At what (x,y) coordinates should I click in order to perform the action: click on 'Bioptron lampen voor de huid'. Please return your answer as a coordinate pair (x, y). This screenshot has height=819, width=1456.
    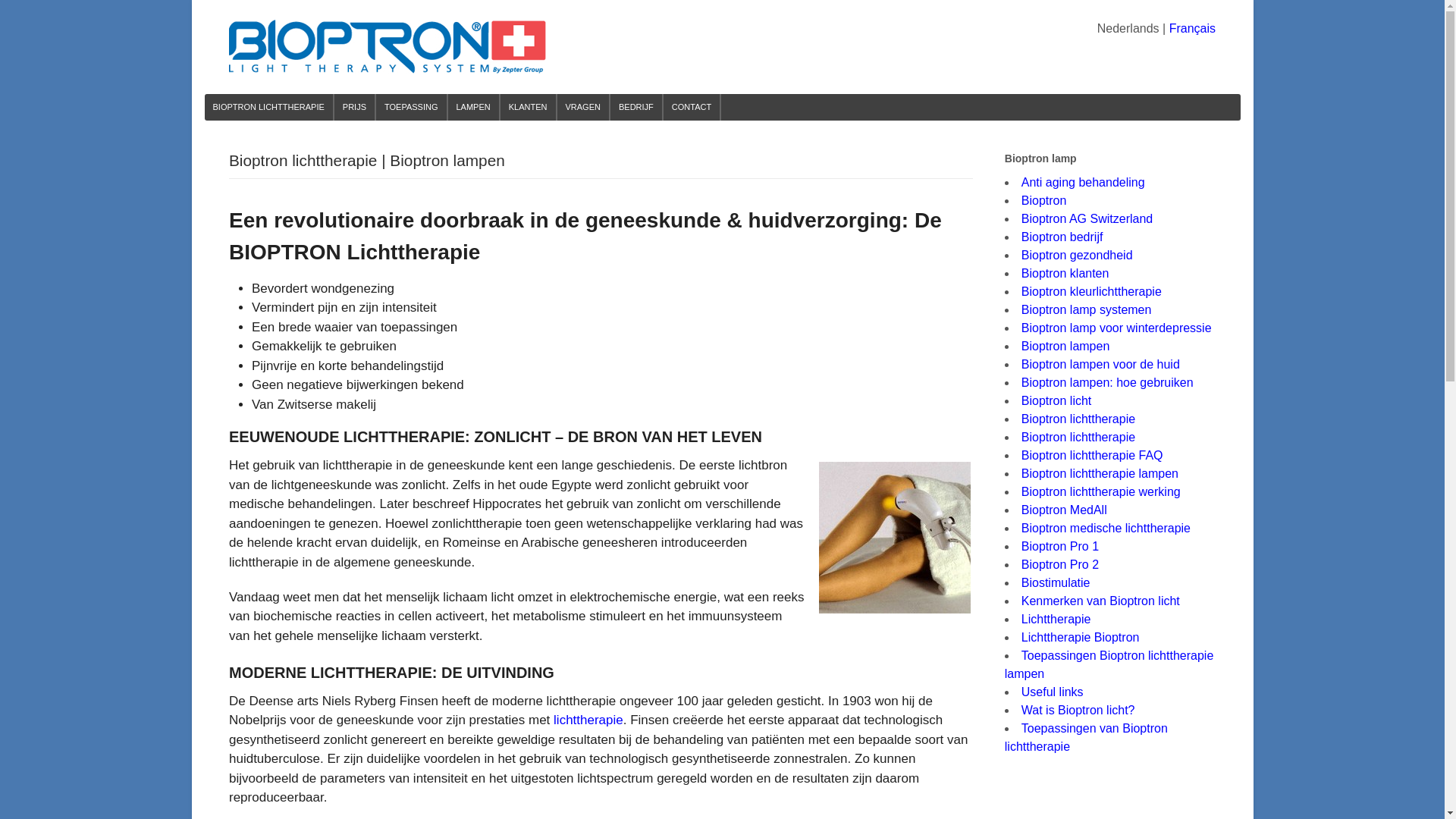
    Looking at the image, I should click on (1100, 364).